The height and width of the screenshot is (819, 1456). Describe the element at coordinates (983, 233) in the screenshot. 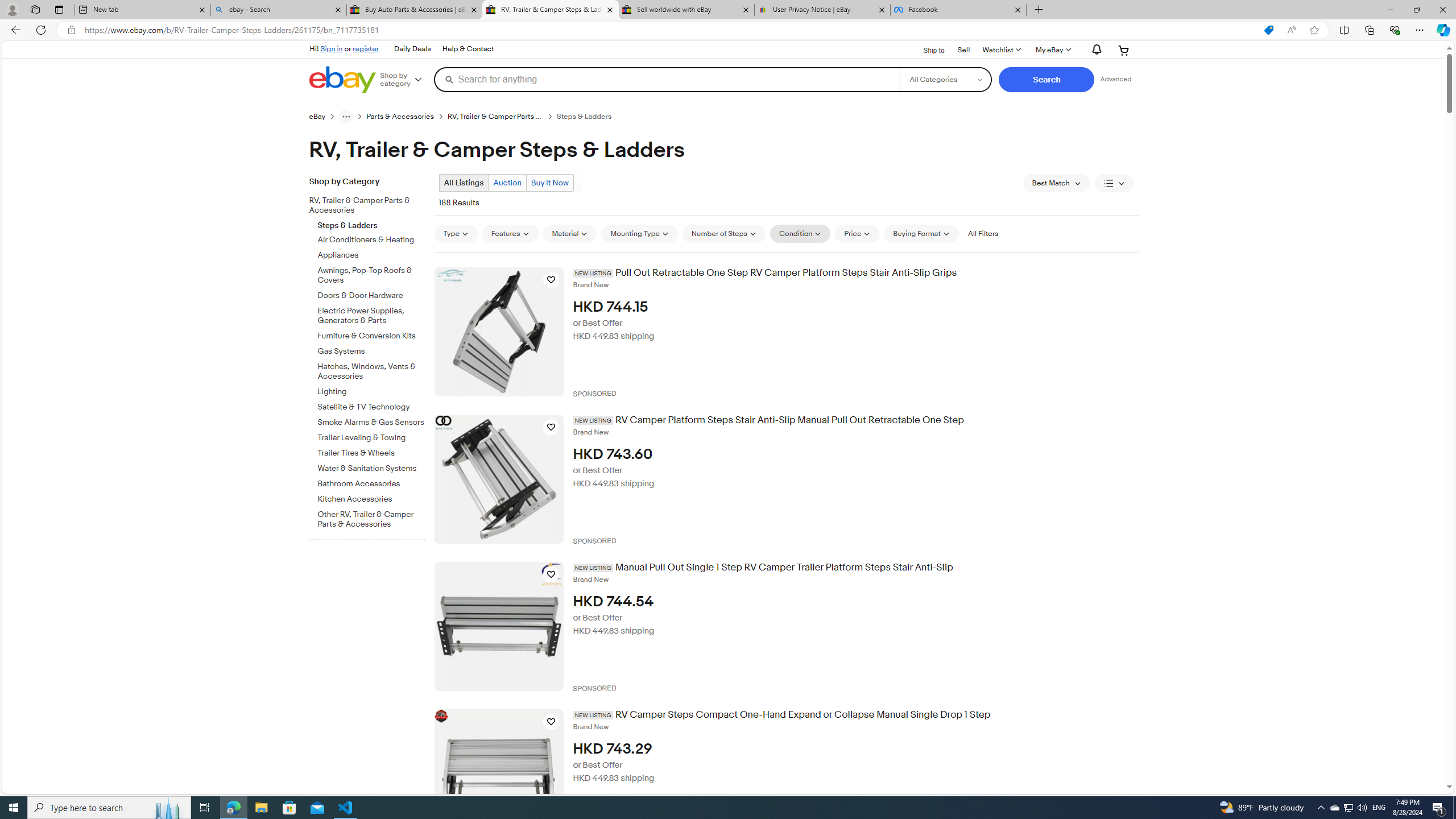

I see `'All Filters'` at that location.